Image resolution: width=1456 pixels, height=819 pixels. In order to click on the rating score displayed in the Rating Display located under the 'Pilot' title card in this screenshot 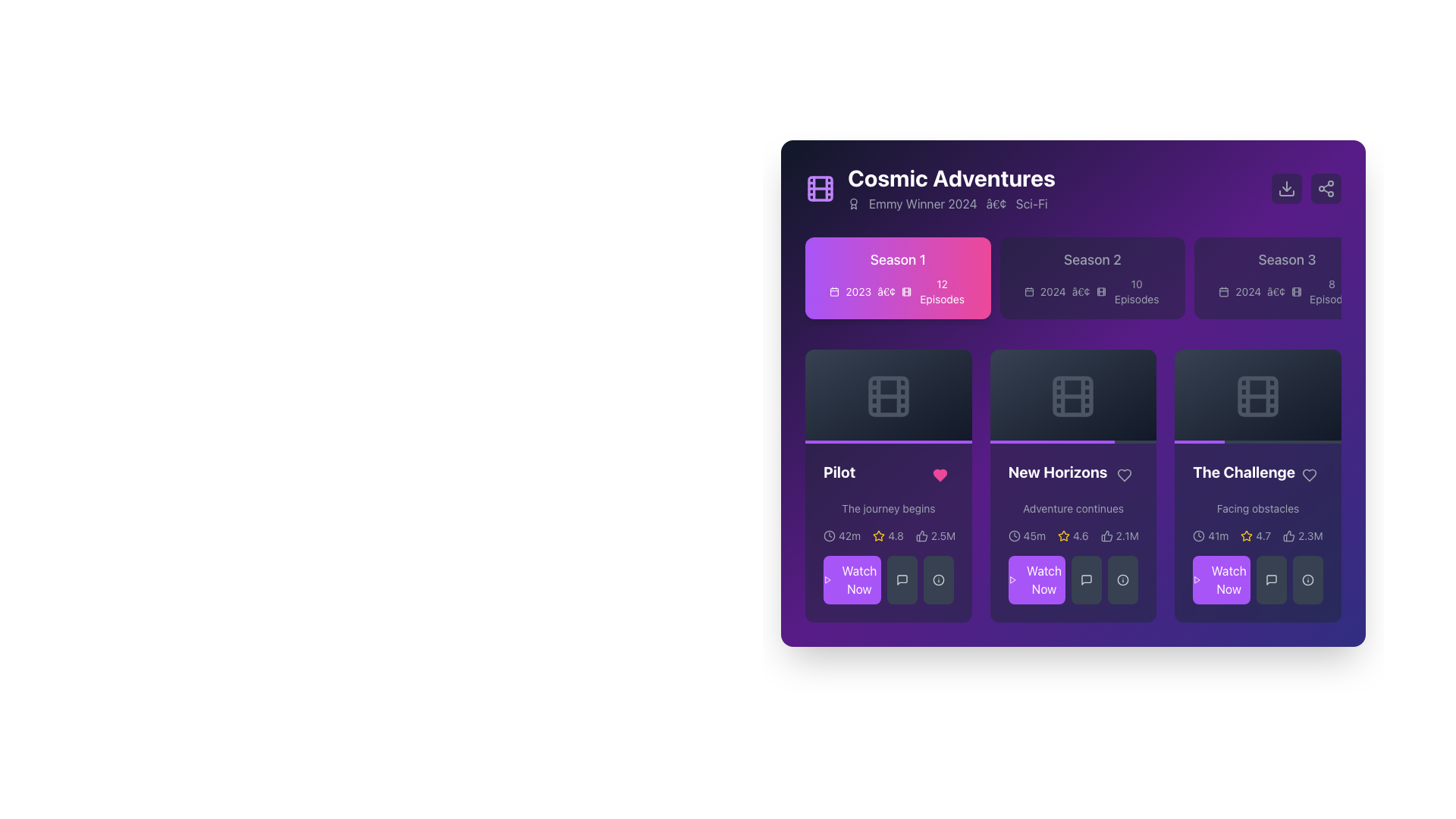, I will do `click(888, 535)`.